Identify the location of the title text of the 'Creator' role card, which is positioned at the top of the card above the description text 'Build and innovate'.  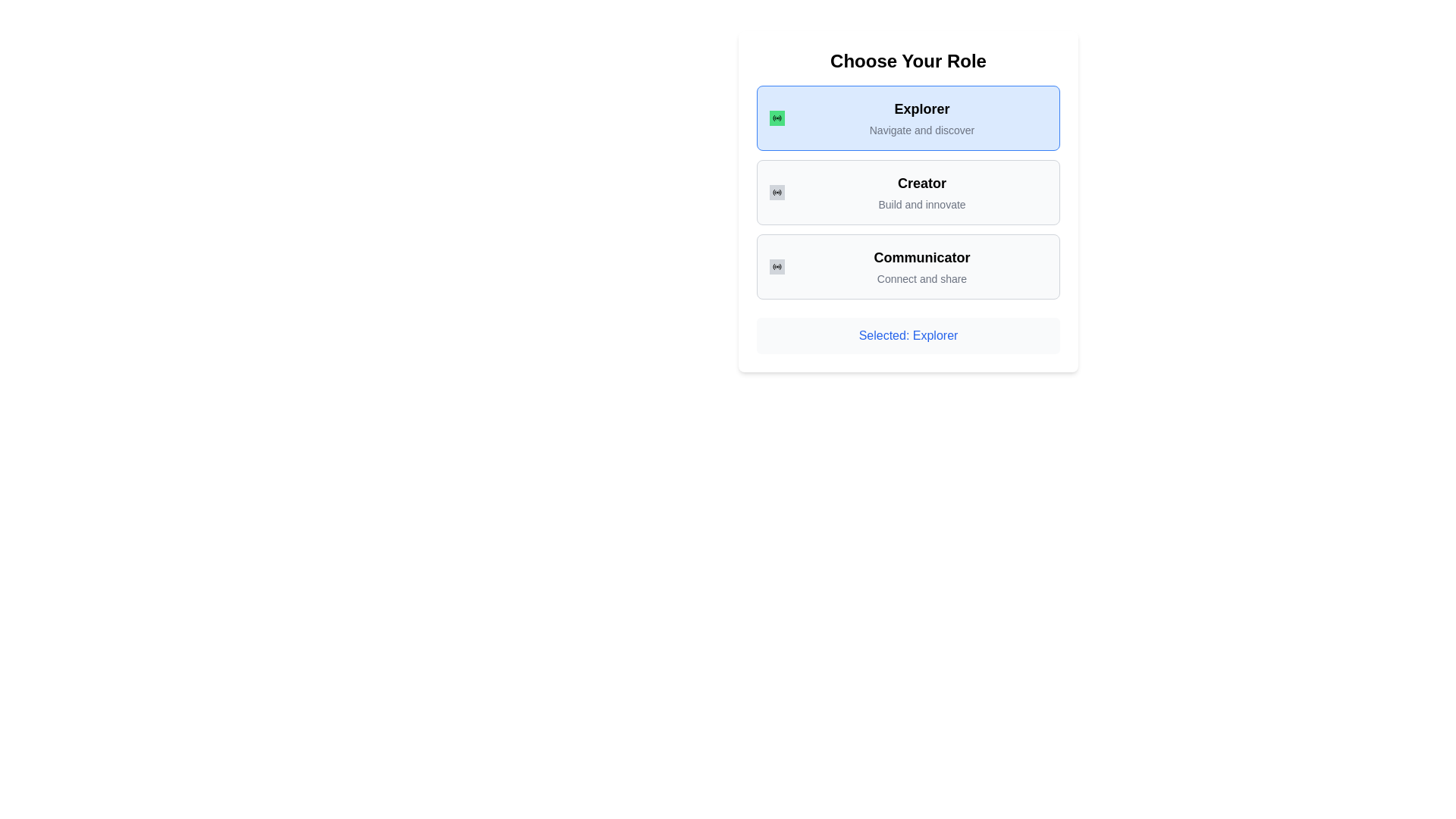
(921, 183).